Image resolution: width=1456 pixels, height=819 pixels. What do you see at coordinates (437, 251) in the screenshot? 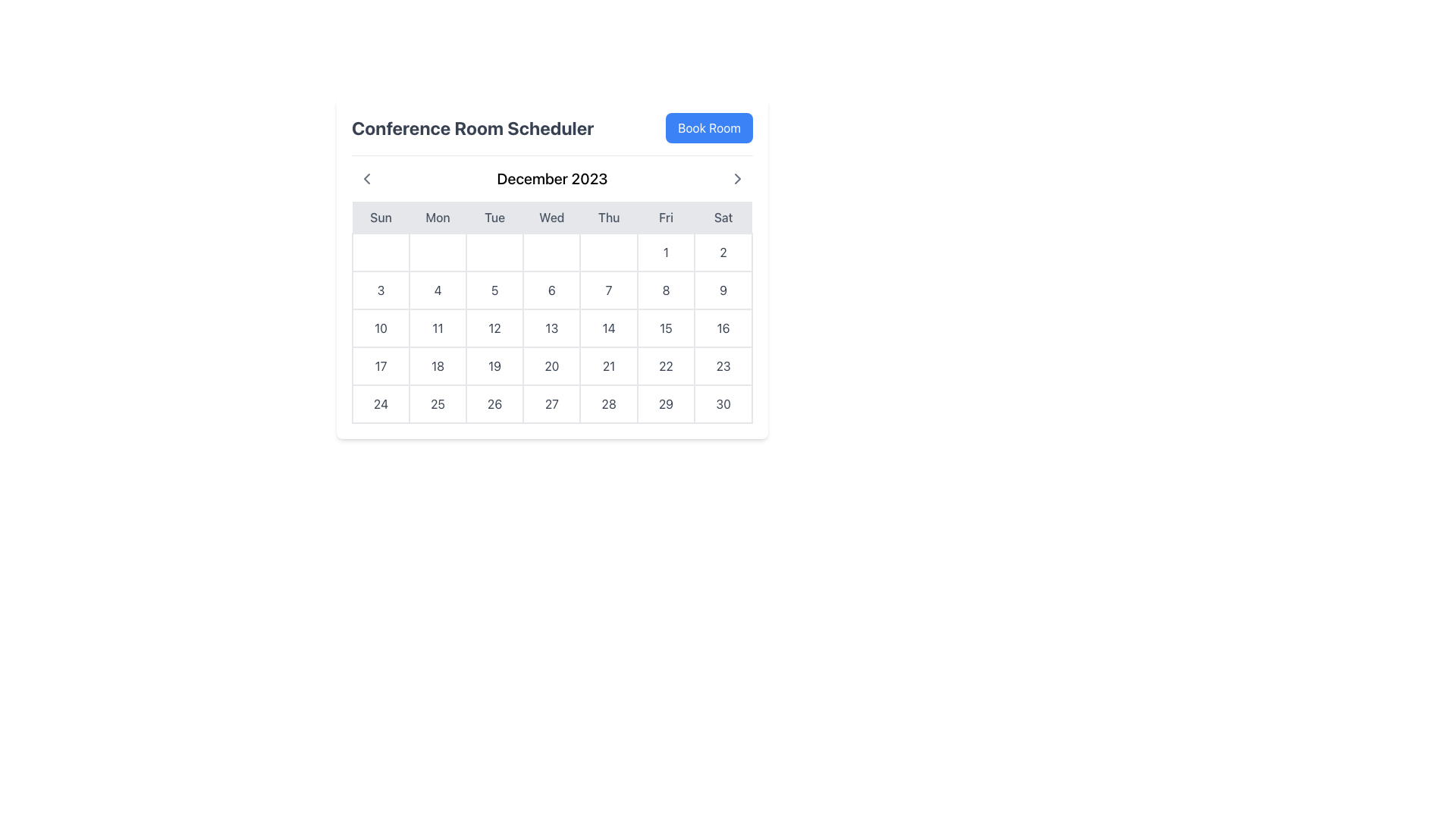
I see `the interactive placeholder in the second column (Monday) of the calendar grid, which has a light gray border and rounded corners` at bounding box center [437, 251].